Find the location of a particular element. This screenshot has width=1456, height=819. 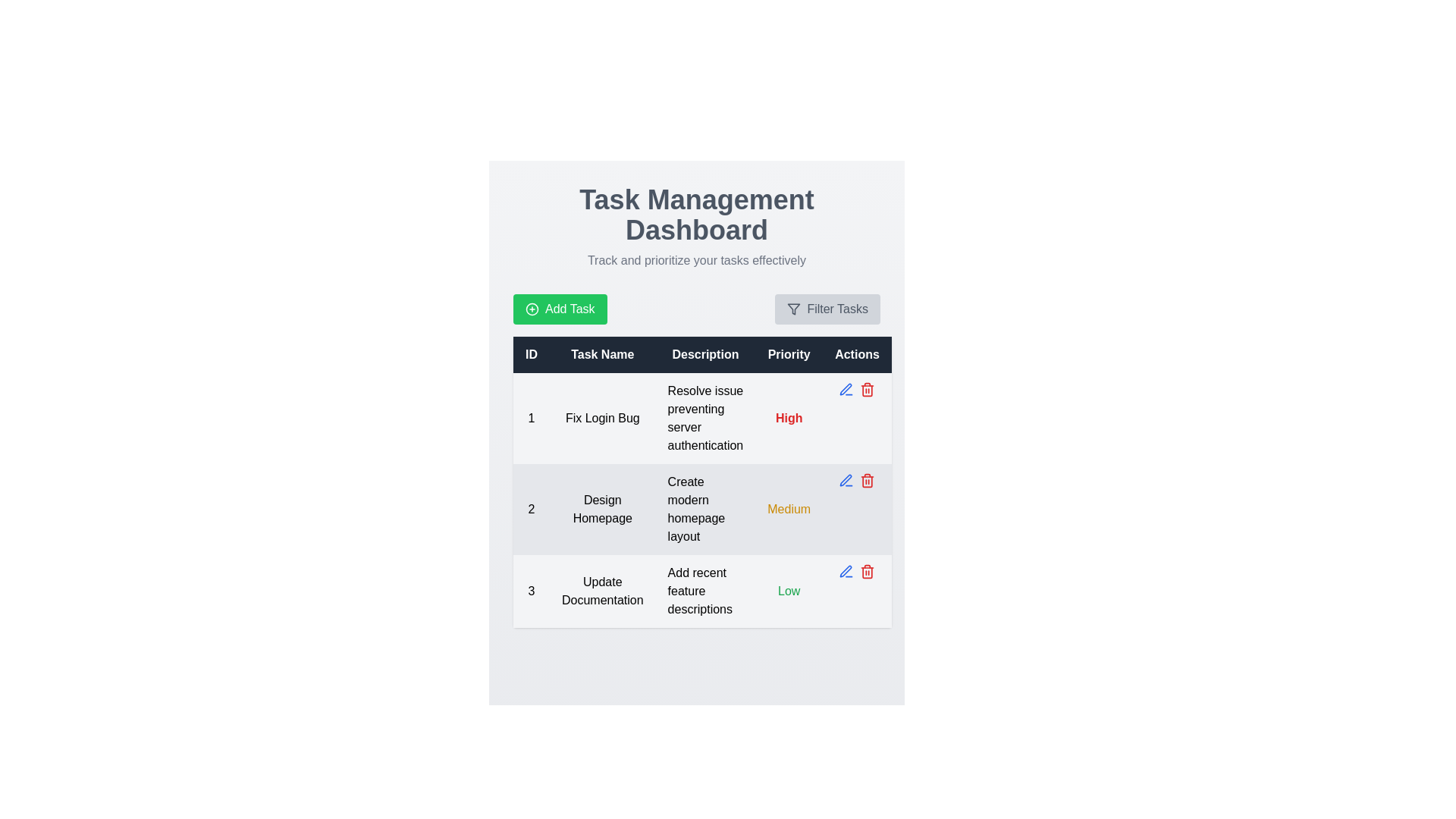

the 'Medium' text label in the 'Priority' column associated with the 'Design Homepage' row is located at coordinates (789, 509).